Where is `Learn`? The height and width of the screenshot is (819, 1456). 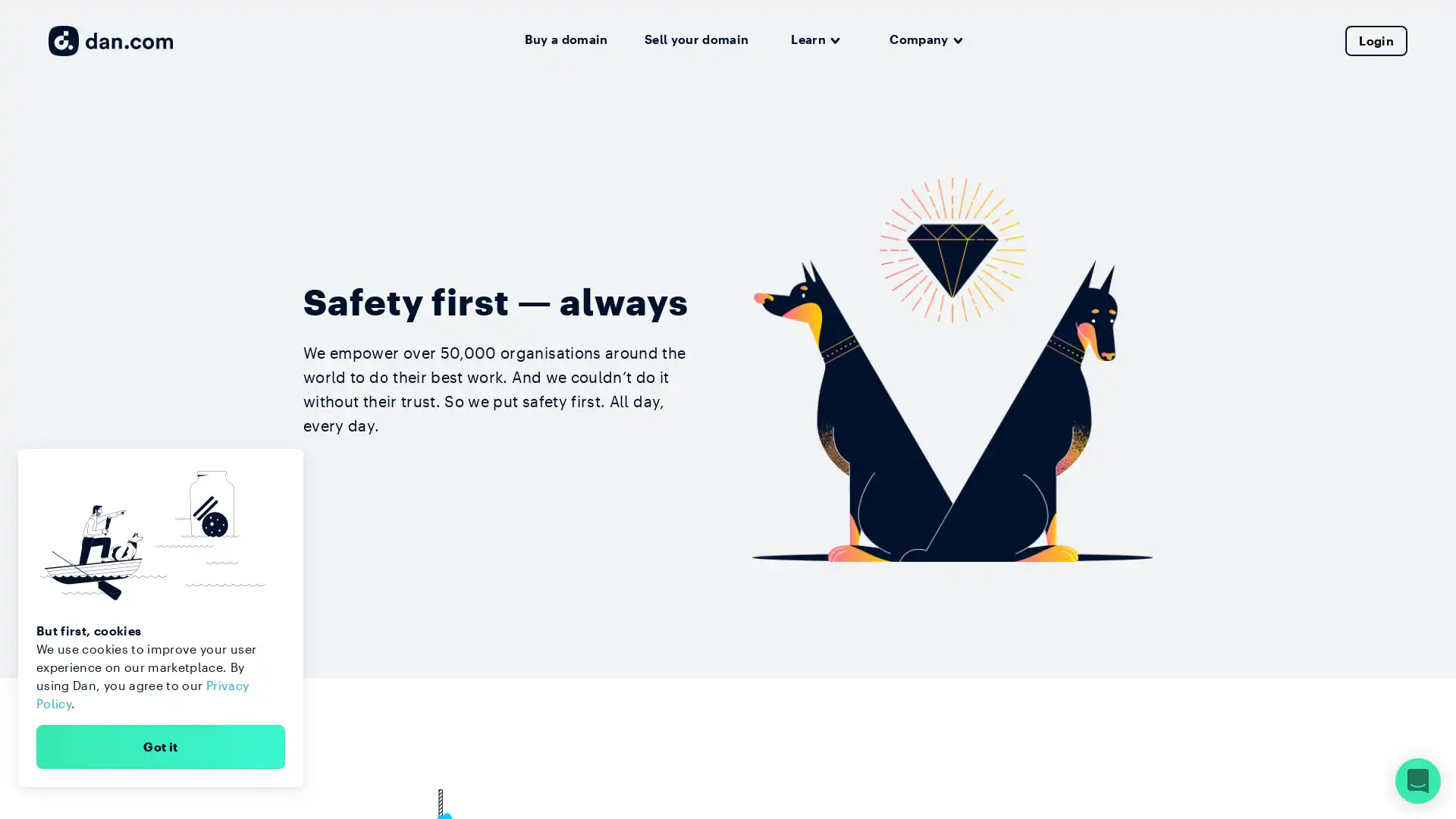 Learn is located at coordinates (814, 39).